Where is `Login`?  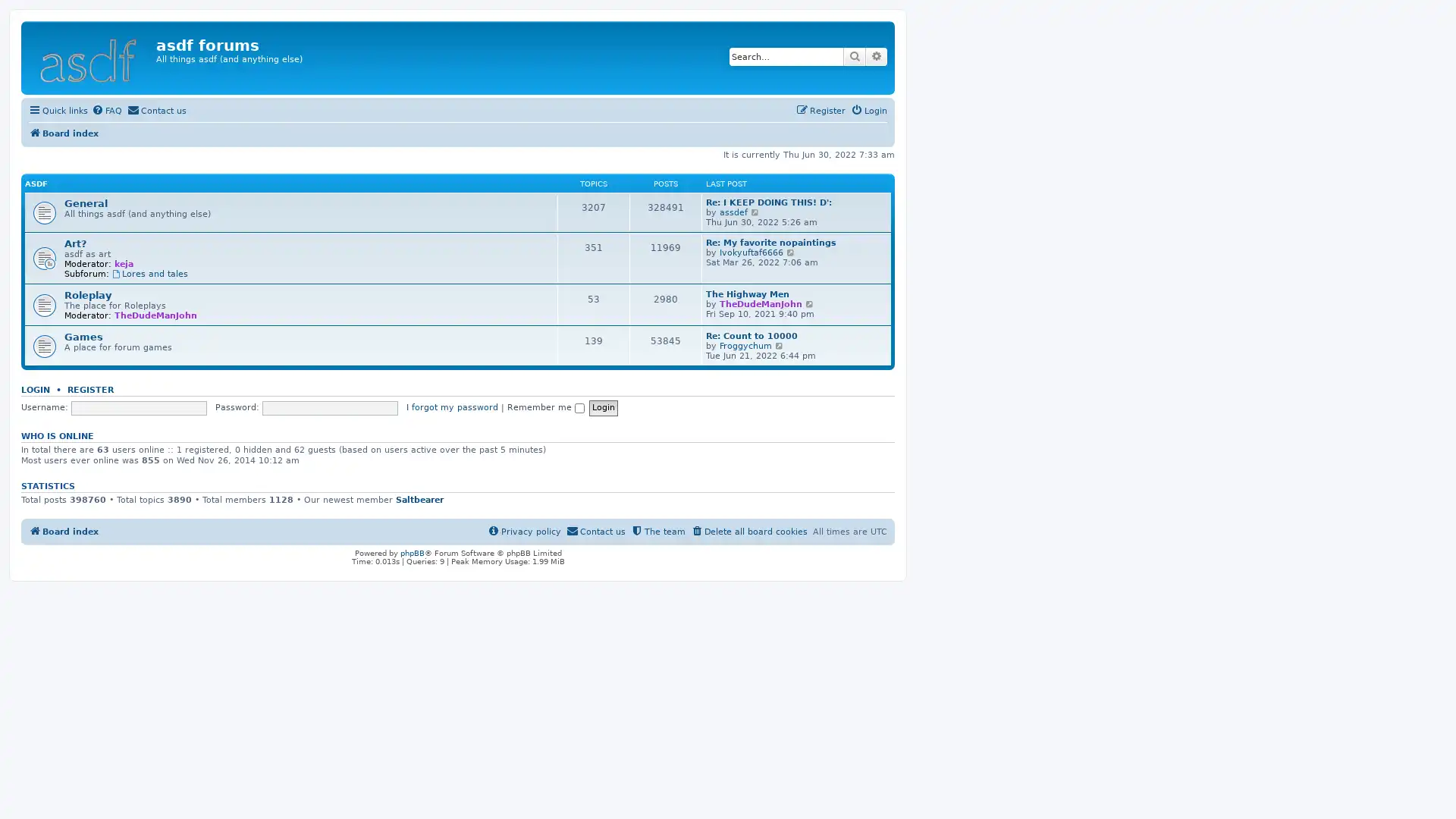 Login is located at coordinates (602, 406).